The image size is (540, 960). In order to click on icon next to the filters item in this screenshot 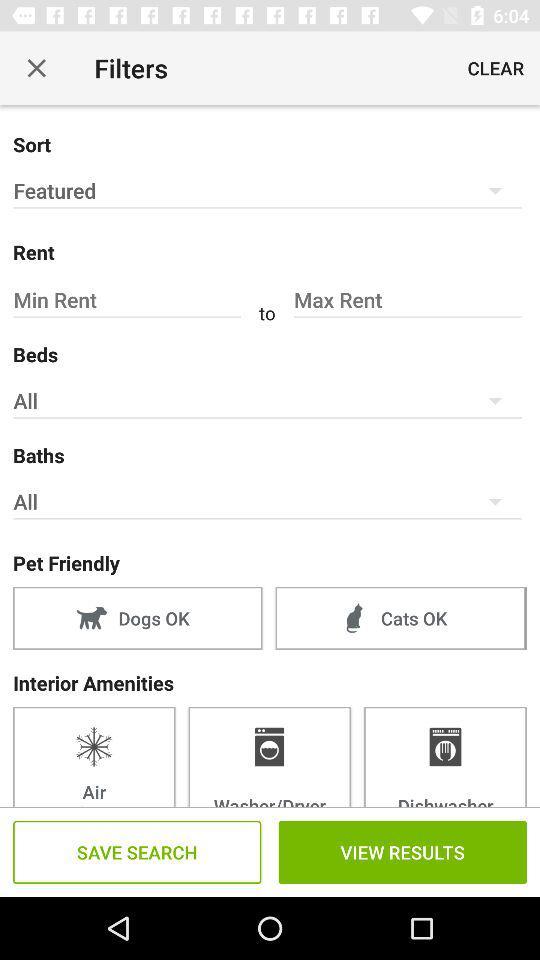, I will do `click(36, 68)`.